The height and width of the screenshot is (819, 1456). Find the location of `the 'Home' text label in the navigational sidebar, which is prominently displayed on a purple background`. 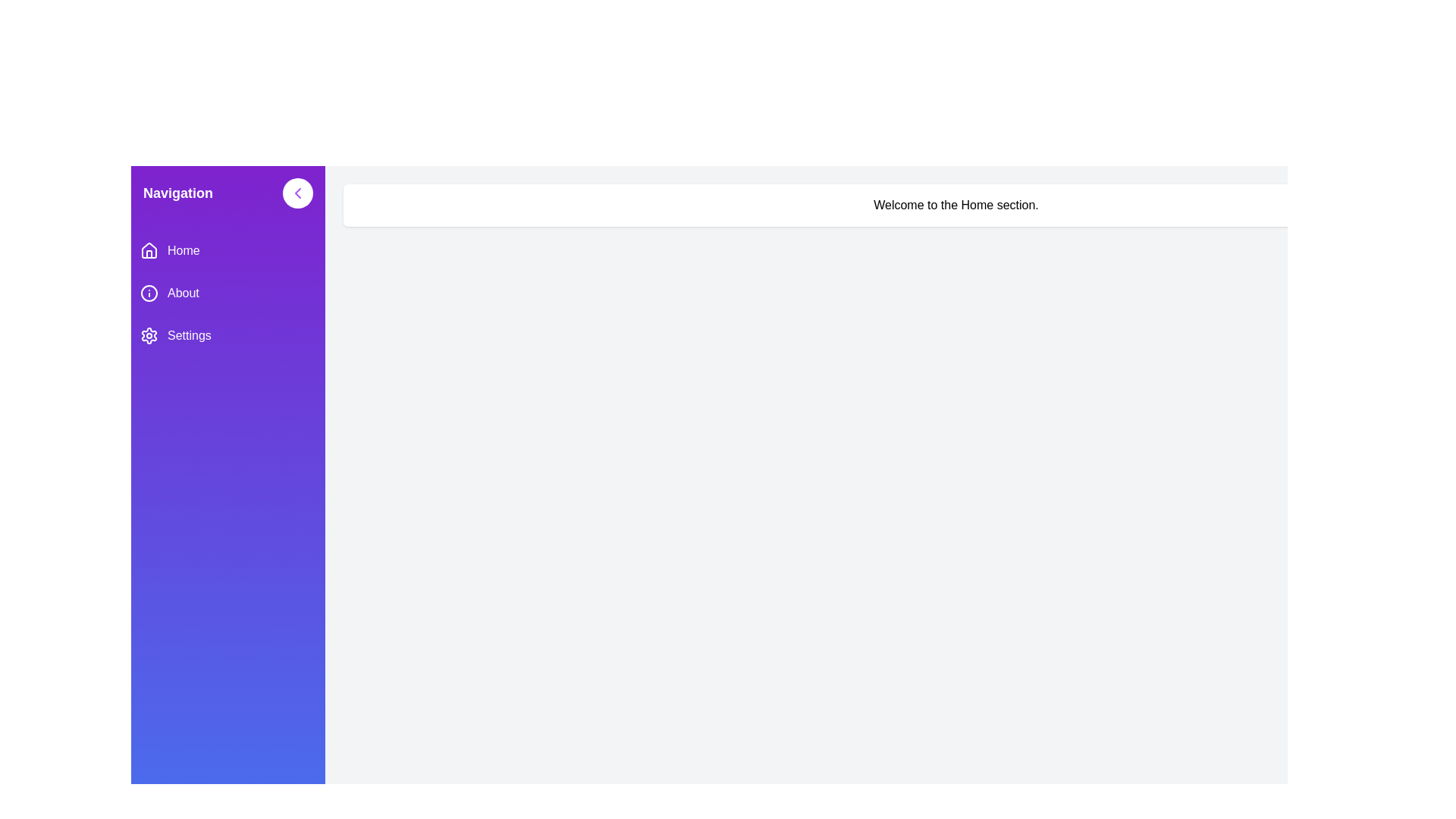

the 'Home' text label in the navigational sidebar, which is prominently displayed on a purple background is located at coordinates (183, 250).